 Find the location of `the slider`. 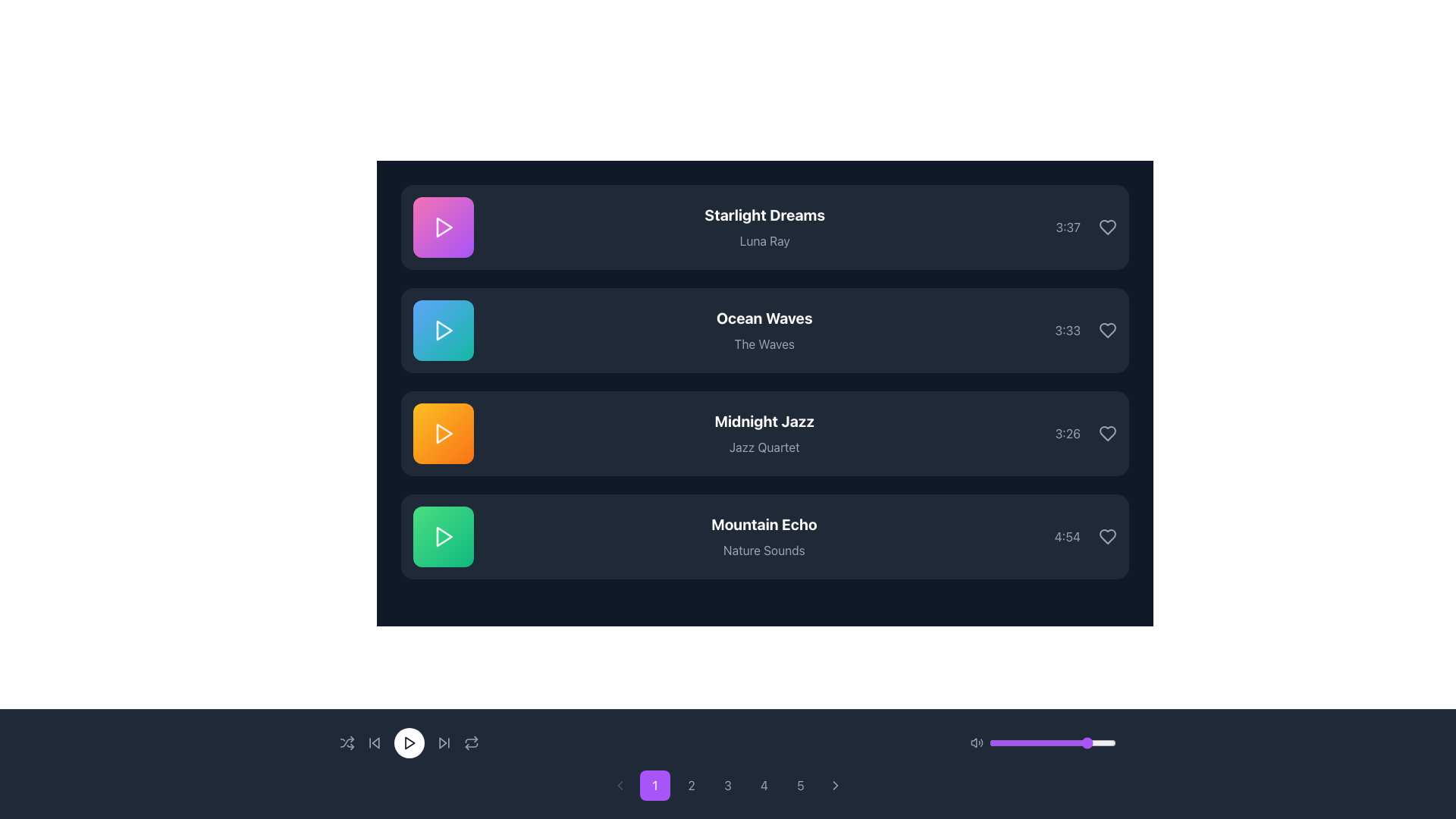

the slider is located at coordinates (1069, 742).